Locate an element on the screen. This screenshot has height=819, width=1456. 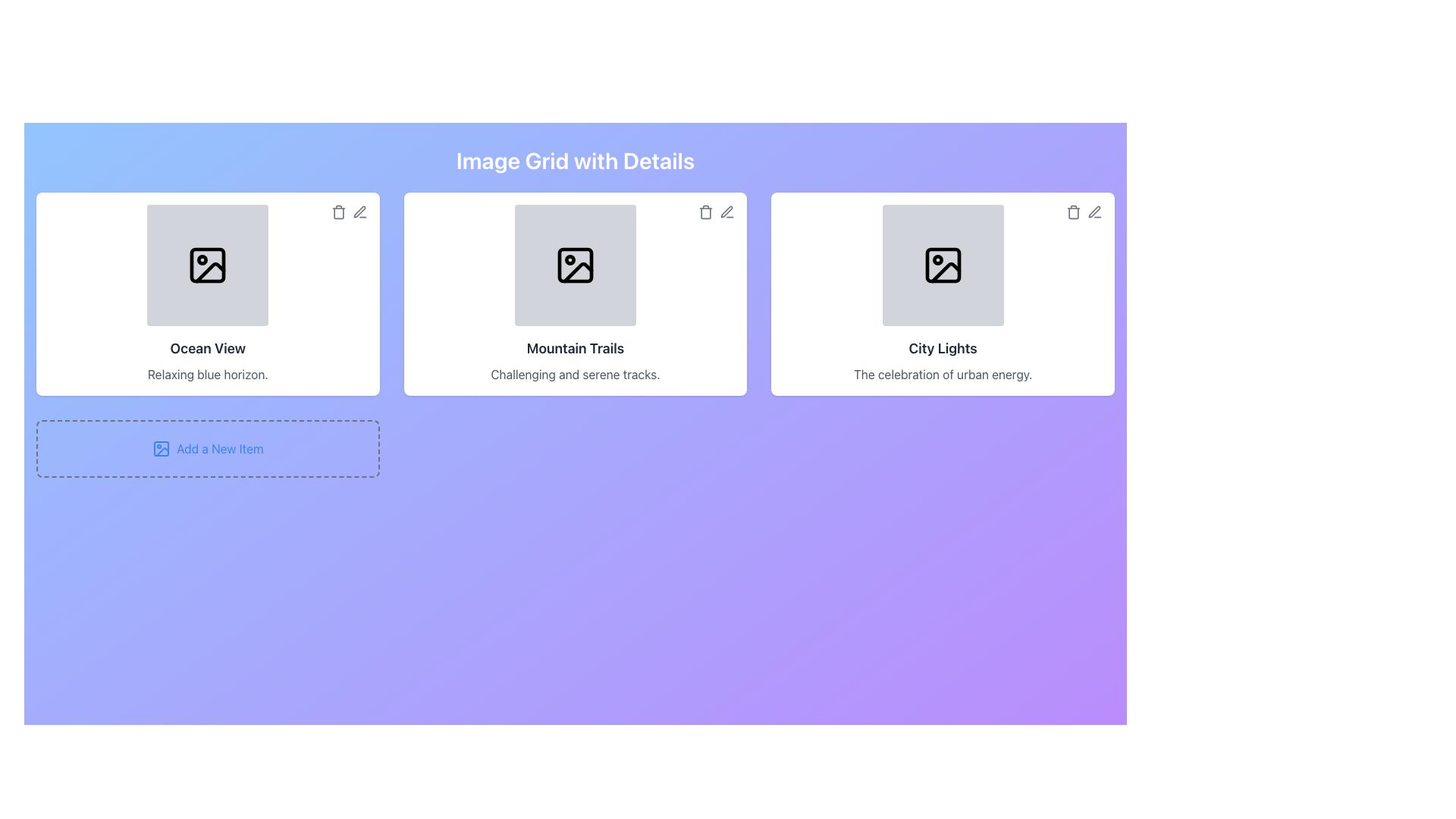
the textual label displaying 'Challenging and serene tracks.' which is centrally aligned below the 'Mountain Trails' title in the second card of a three-card layout is located at coordinates (574, 374).